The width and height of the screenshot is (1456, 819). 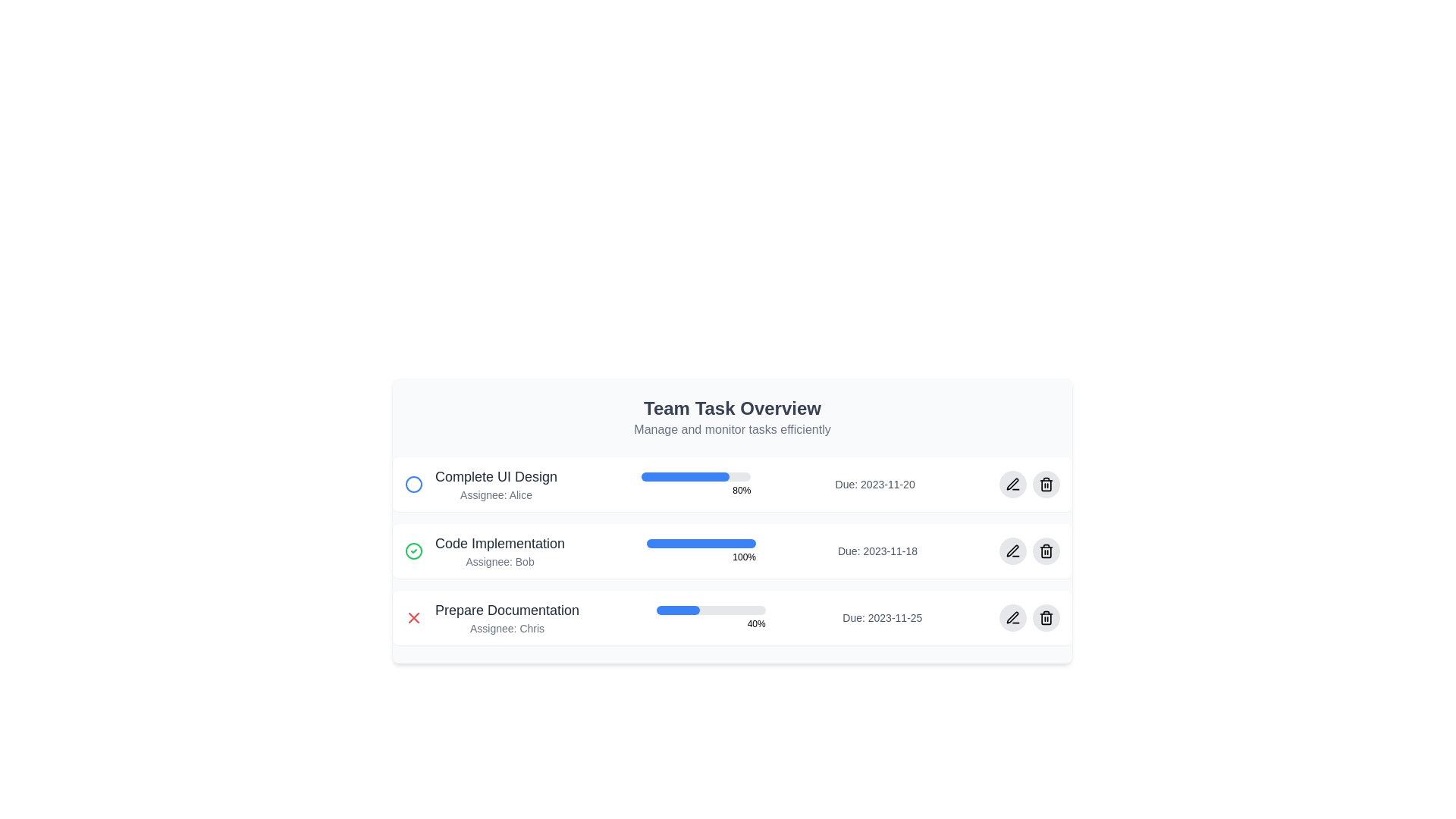 What do you see at coordinates (875, 485) in the screenshot?
I see `the static text label displaying the date 'Due: 2023-11-20', which is positioned at the end of the task entry 'Complete UI Design'` at bounding box center [875, 485].